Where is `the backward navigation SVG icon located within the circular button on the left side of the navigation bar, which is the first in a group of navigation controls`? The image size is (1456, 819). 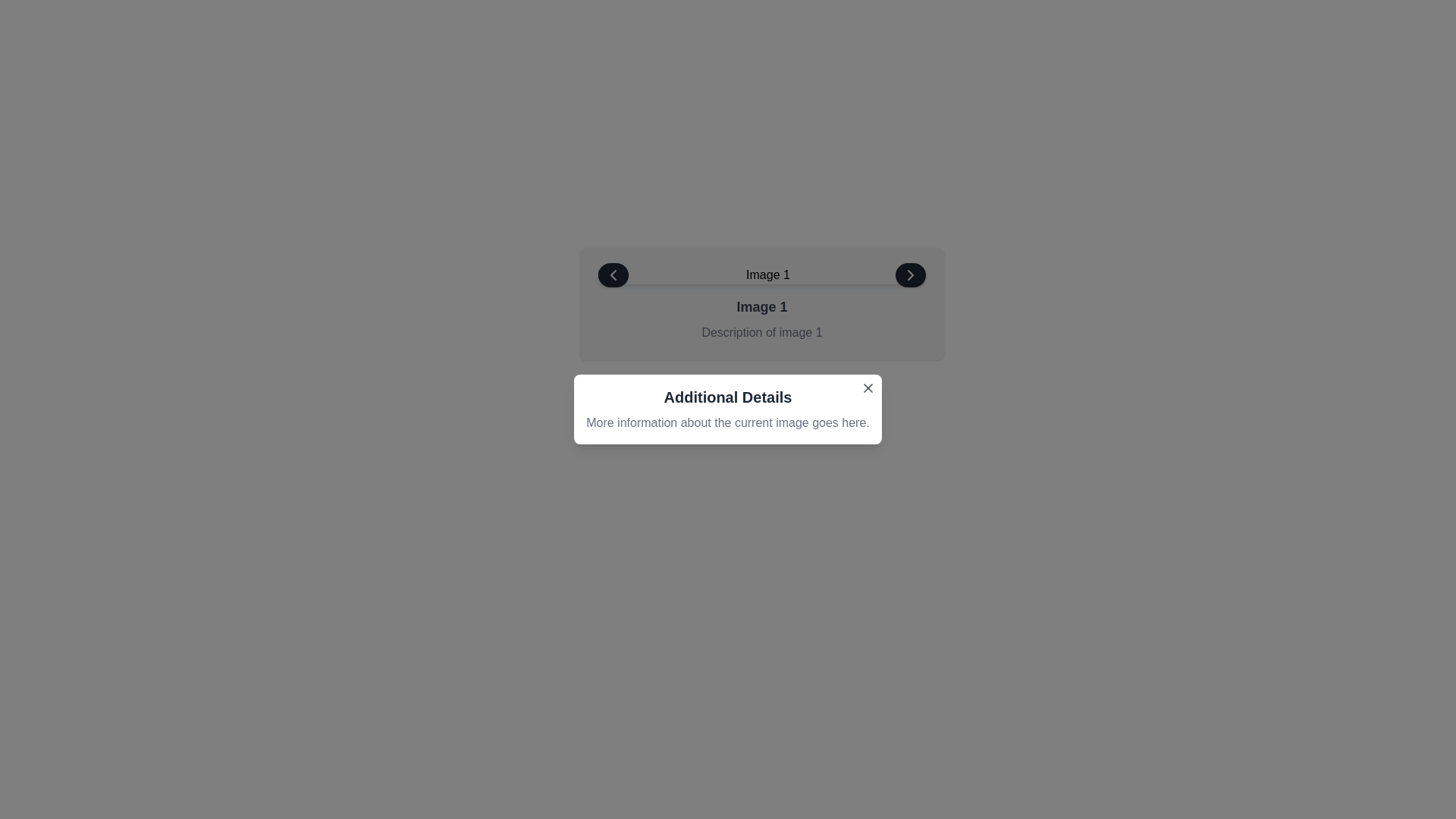
the backward navigation SVG icon located within the circular button on the left side of the navigation bar, which is the first in a group of navigation controls is located at coordinates (613, 275).